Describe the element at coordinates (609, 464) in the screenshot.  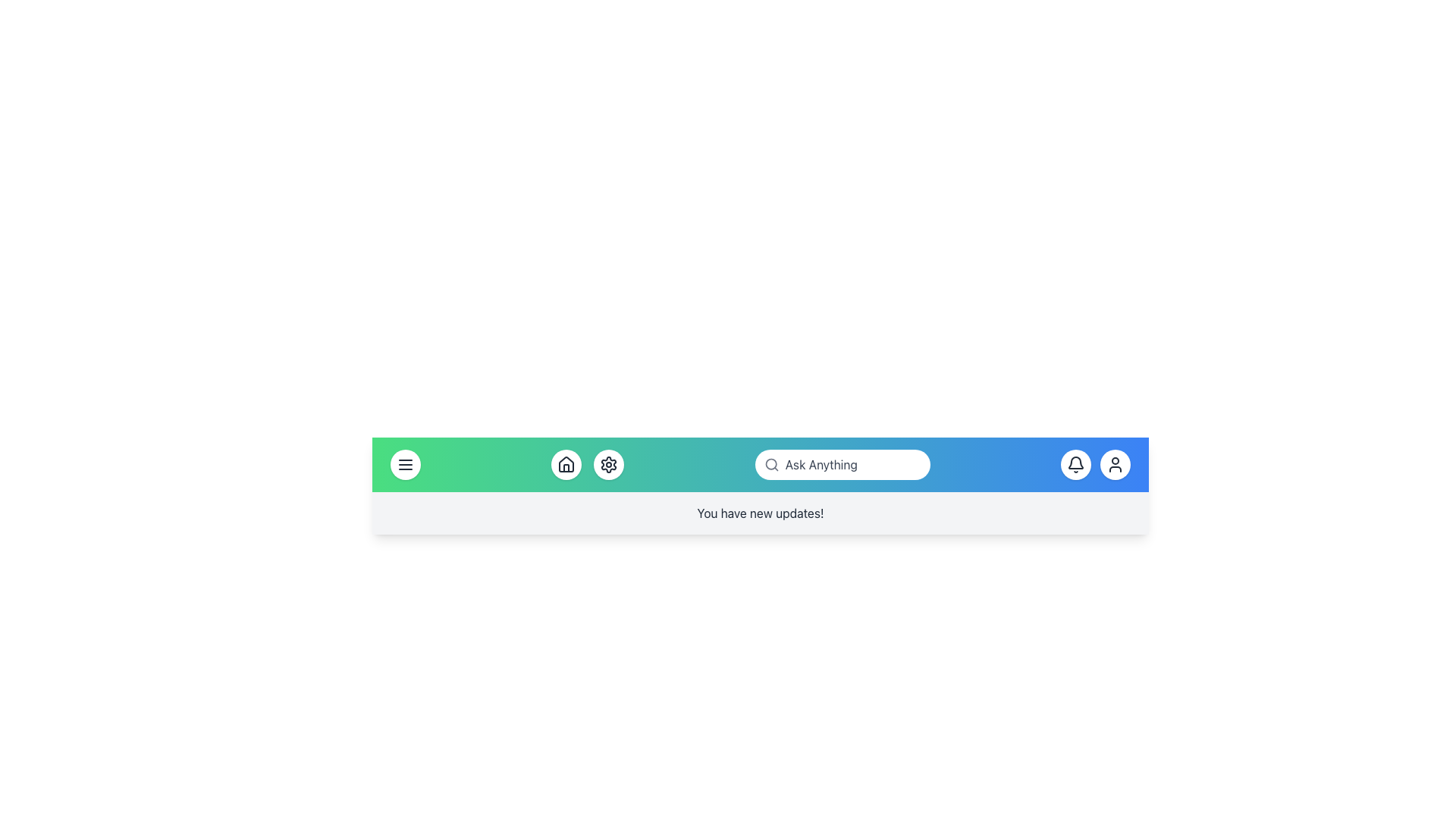
I see `the third circular settings button located in the navigation bar` at that location.